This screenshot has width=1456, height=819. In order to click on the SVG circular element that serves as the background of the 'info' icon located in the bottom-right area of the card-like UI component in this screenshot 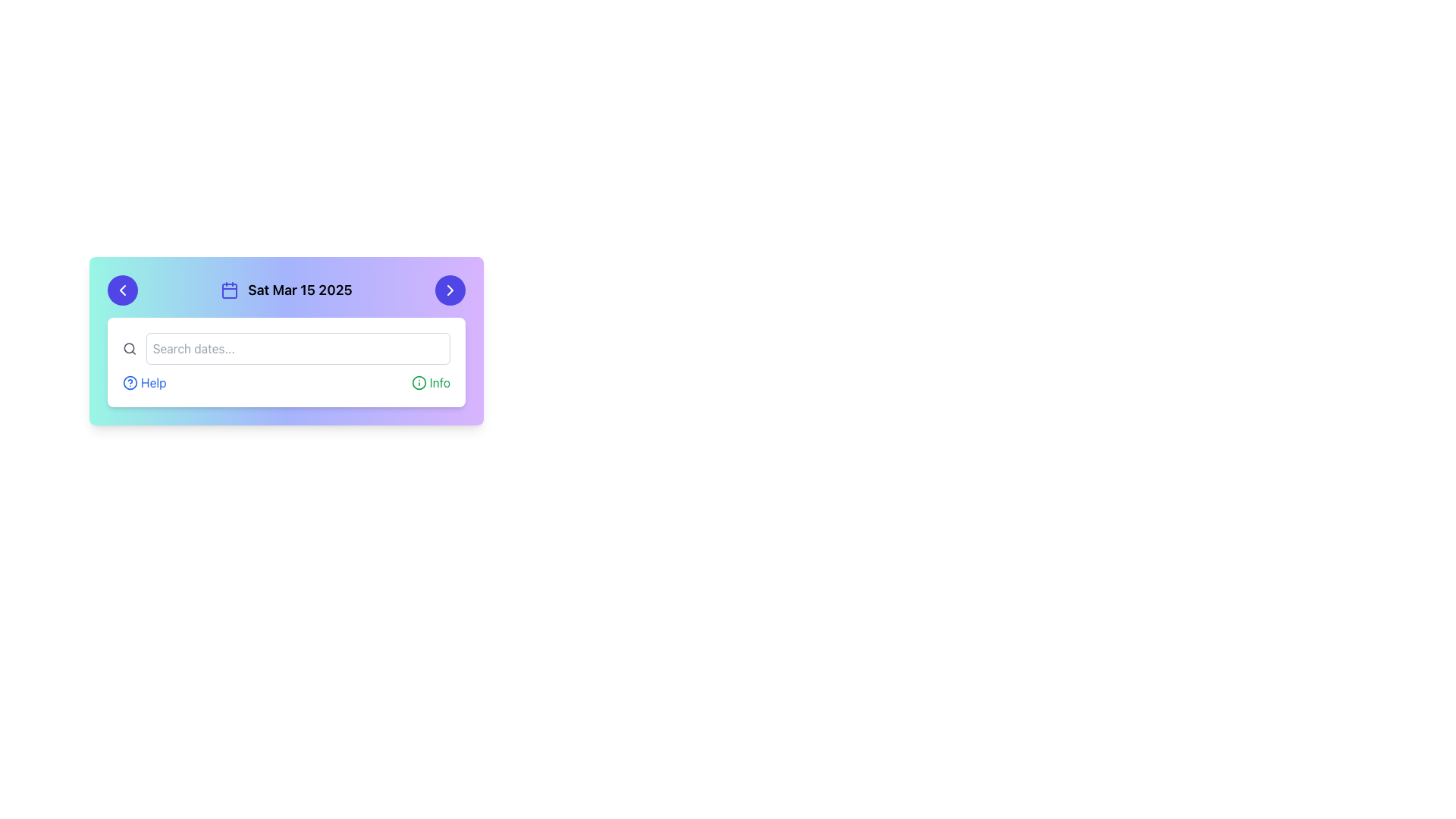, I will do `click(419, 382)`.